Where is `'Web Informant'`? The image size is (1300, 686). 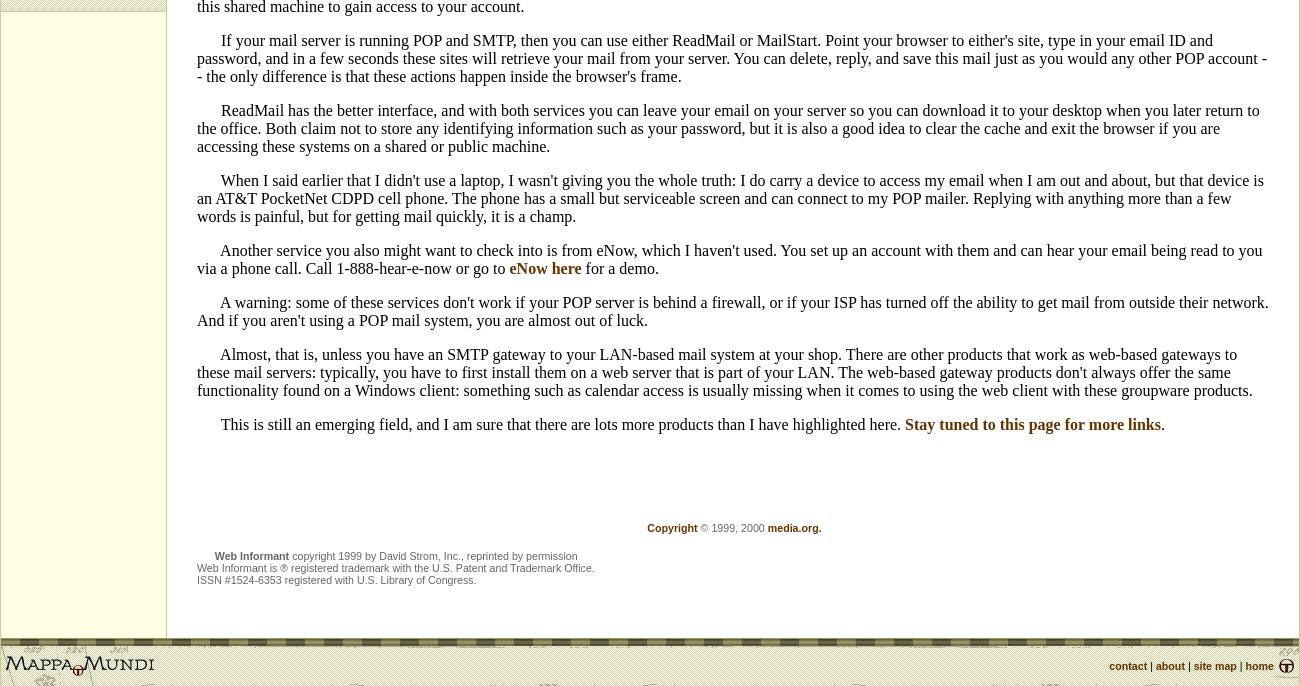
'Web Informant' is located at coordinates (250, 555).